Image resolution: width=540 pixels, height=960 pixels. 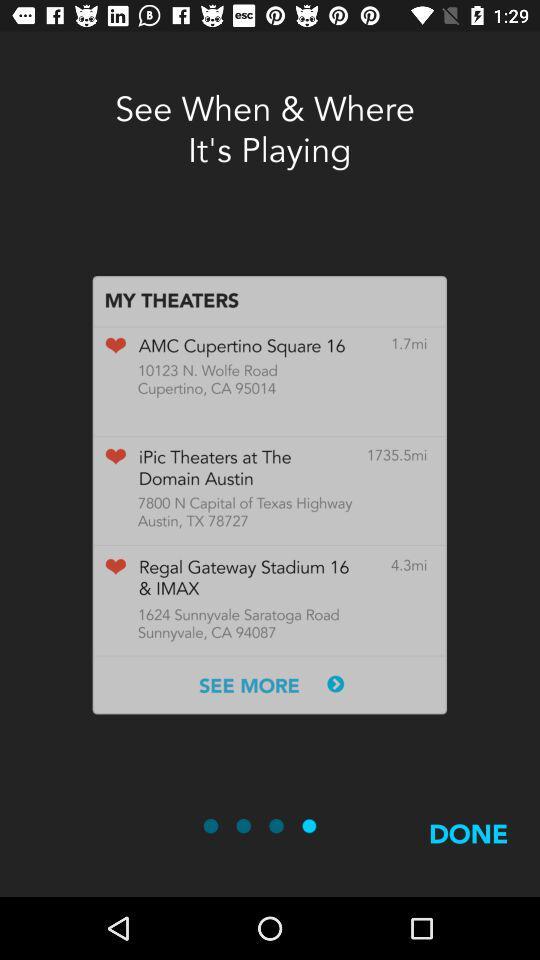 I want to click on icon below the see when where icon, so click(x=269, y=494).